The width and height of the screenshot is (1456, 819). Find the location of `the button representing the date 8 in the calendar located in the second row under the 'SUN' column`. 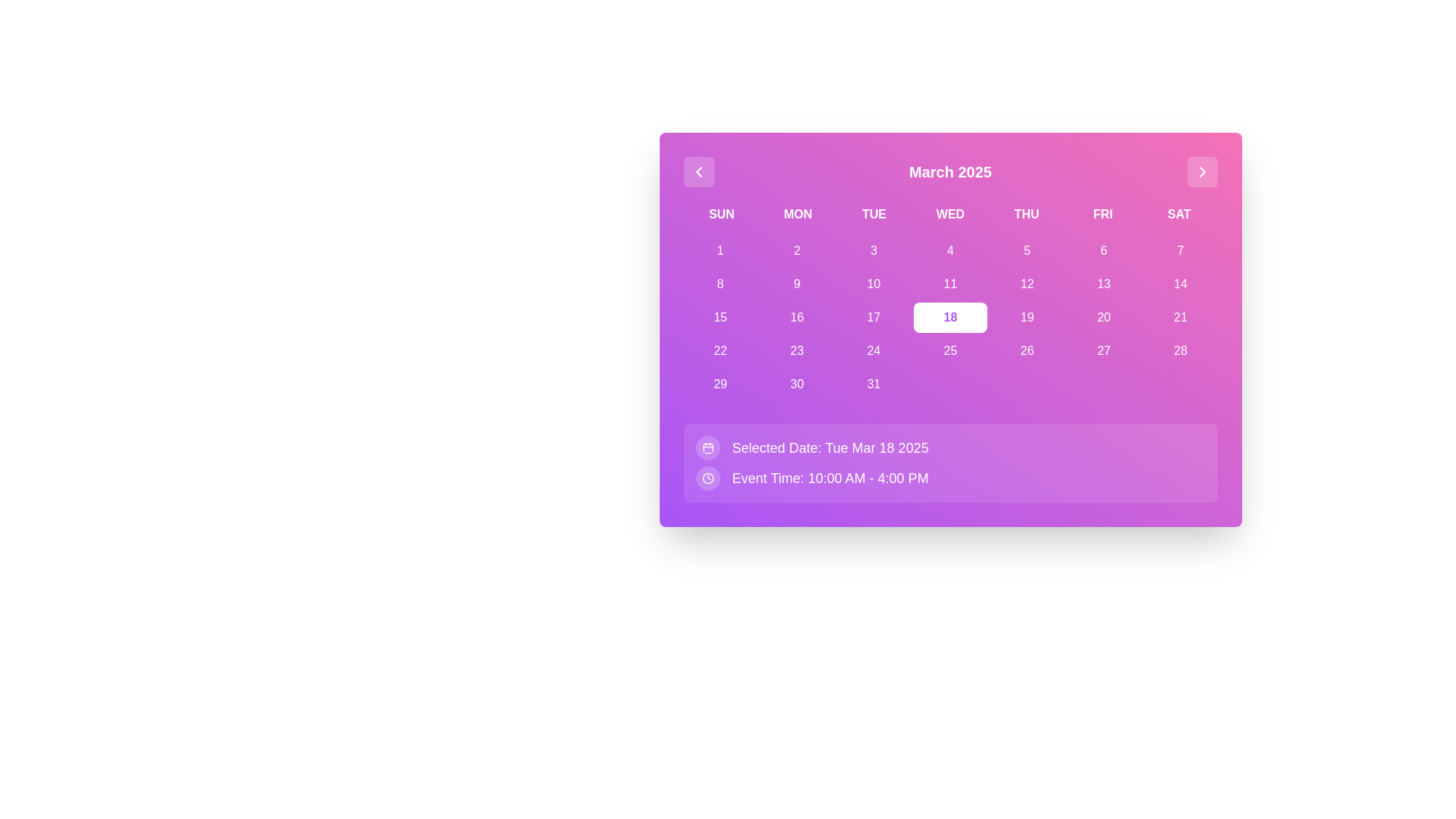

the button representing the date 8 in the calendar located in the second row under the 'SUN' column is located at coordinates (720, 284).